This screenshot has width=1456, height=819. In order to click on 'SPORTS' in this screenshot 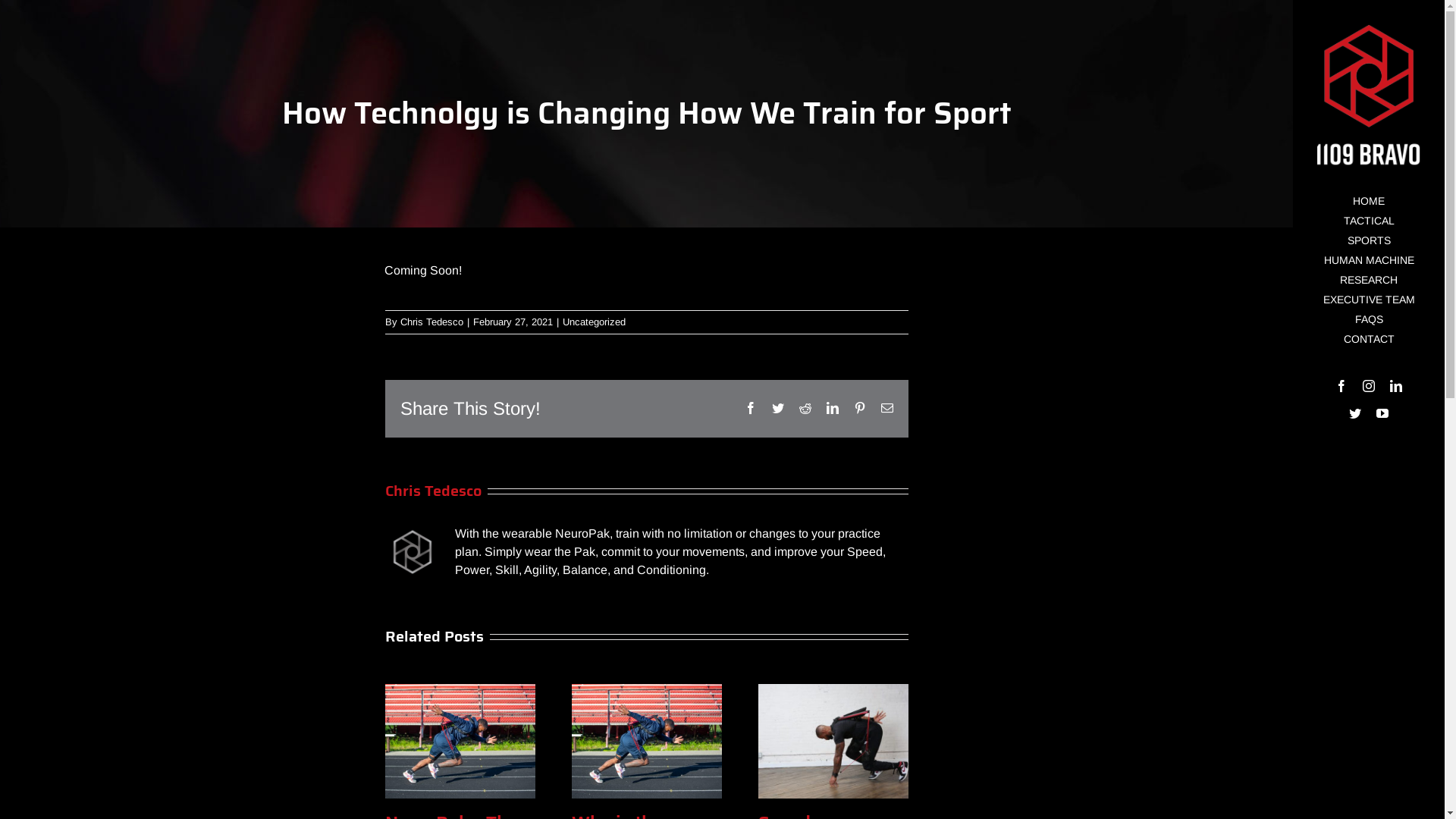, I will do `click(1291, 240)`.